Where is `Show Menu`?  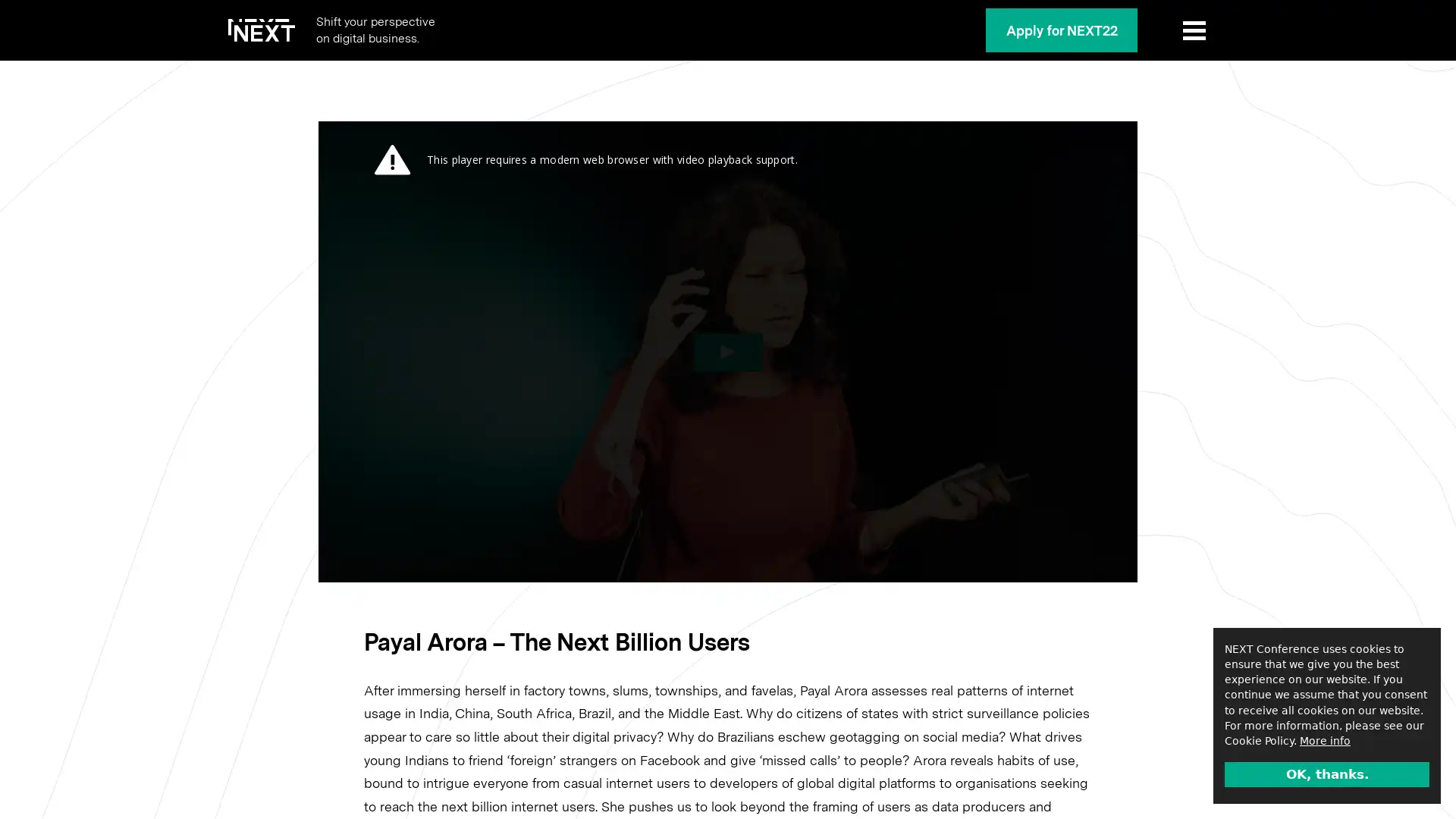
Show Menu is located at coordinates (1193, 30).